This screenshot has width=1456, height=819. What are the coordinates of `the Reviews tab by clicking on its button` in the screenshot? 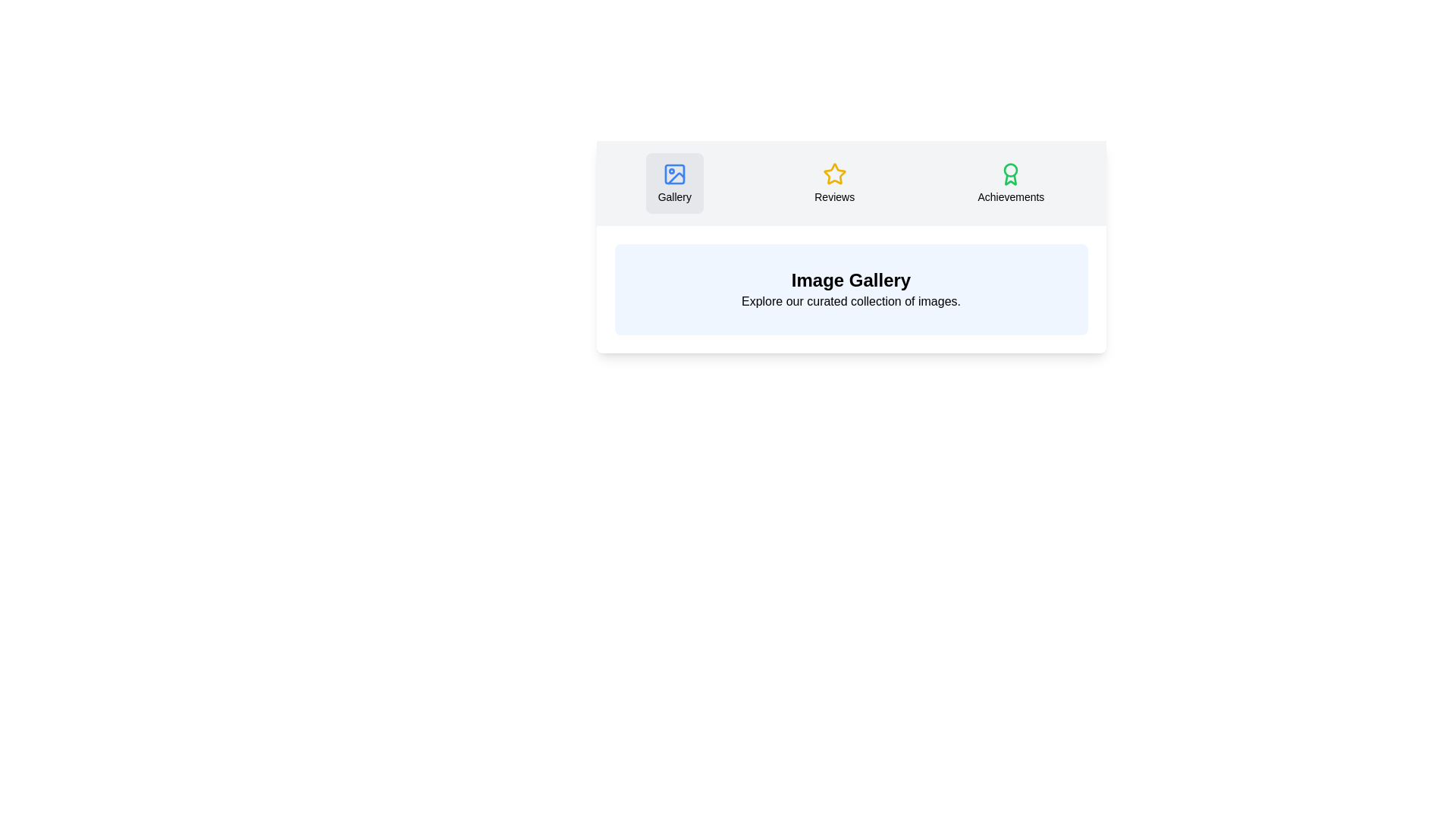 It's located at (833, 183).